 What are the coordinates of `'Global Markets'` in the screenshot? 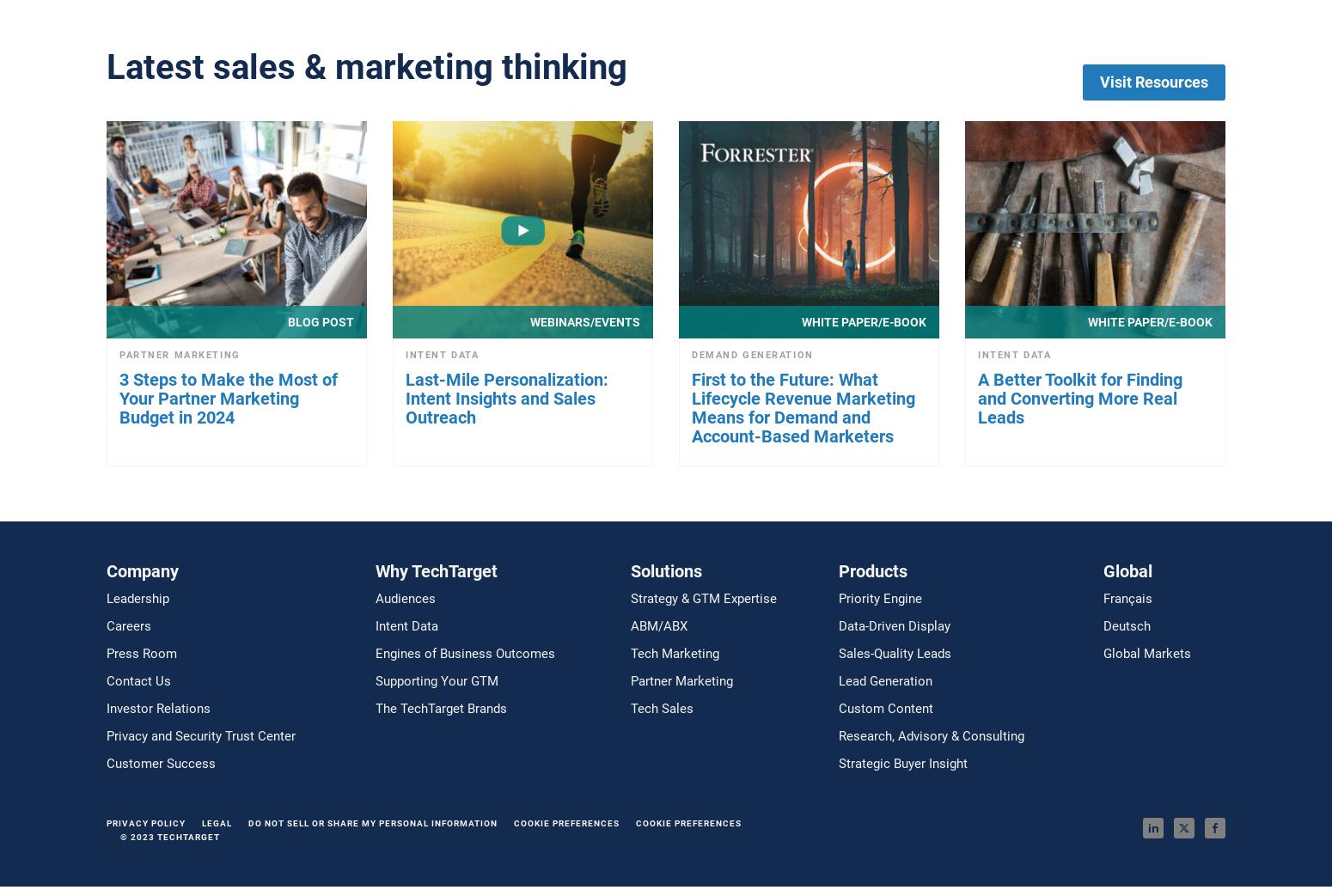 It's located at (1101, 652).